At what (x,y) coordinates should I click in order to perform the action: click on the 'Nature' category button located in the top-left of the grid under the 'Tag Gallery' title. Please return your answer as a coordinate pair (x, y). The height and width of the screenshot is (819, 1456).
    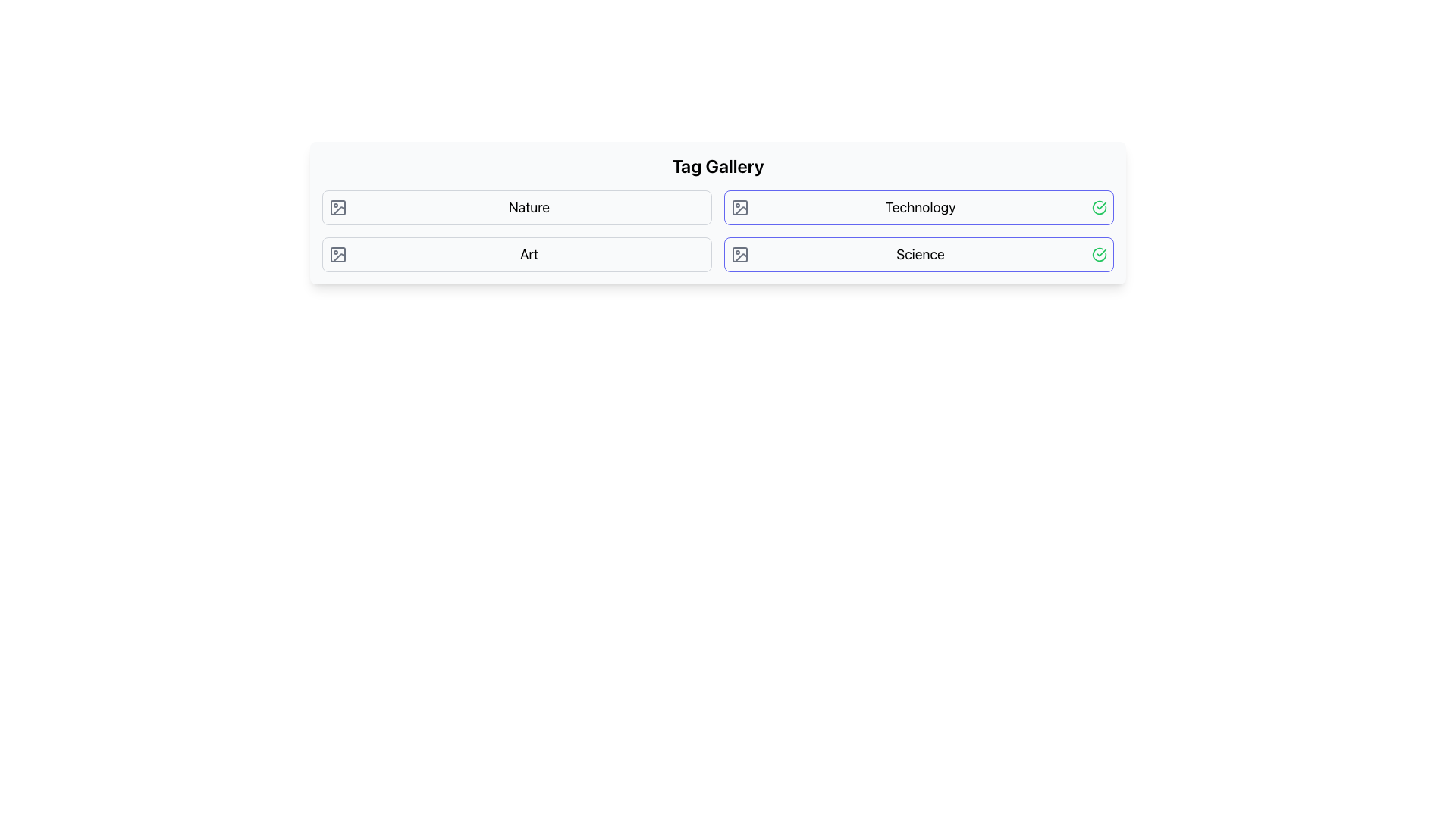
    Looking at the image, I should click on (516, 207).